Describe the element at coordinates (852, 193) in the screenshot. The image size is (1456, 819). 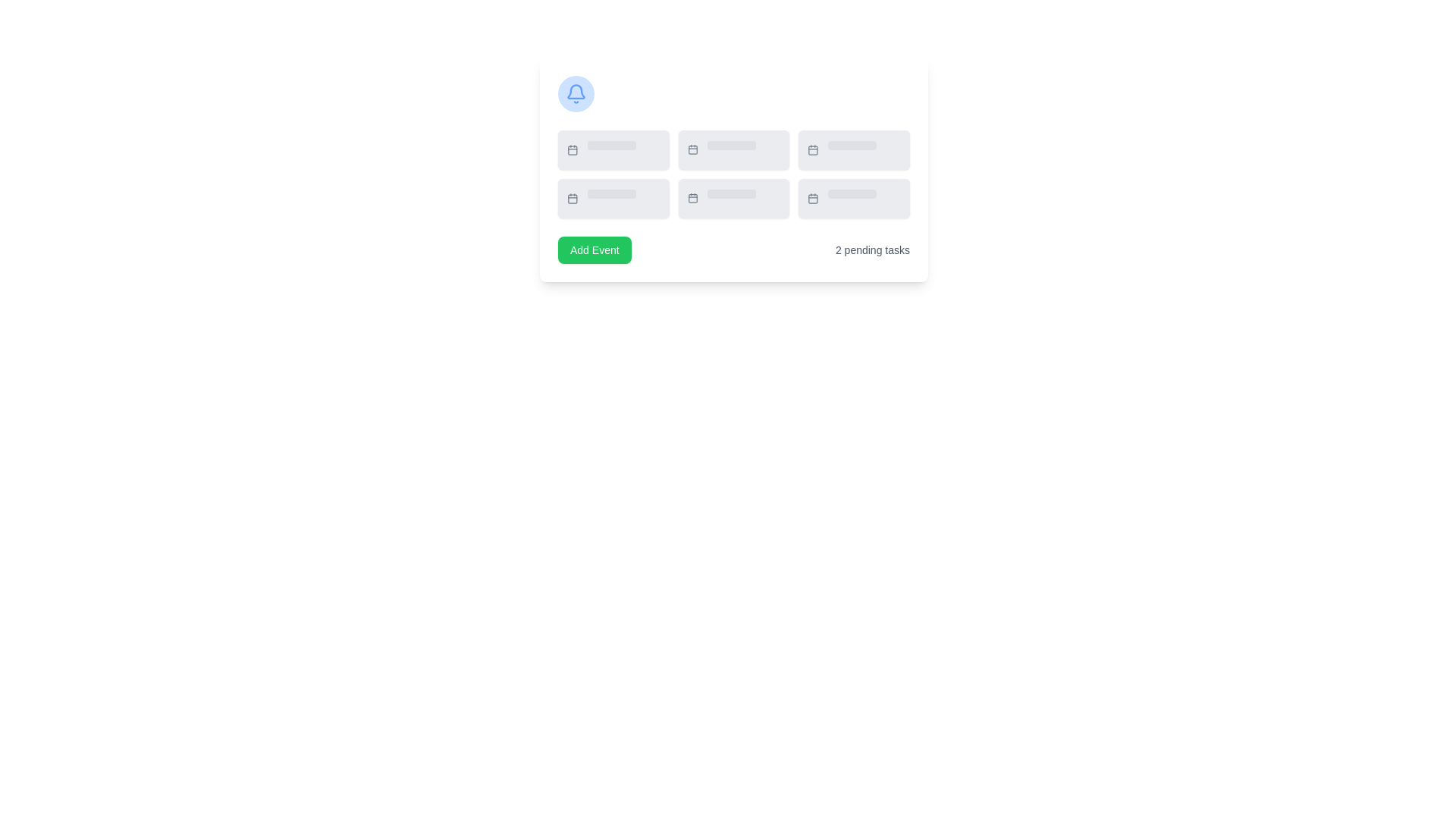
I see `the Loading placeholder bar located in the lower right area of the card-like interface layout, which serves as a visual indicator of loading or content in progress` at that location.